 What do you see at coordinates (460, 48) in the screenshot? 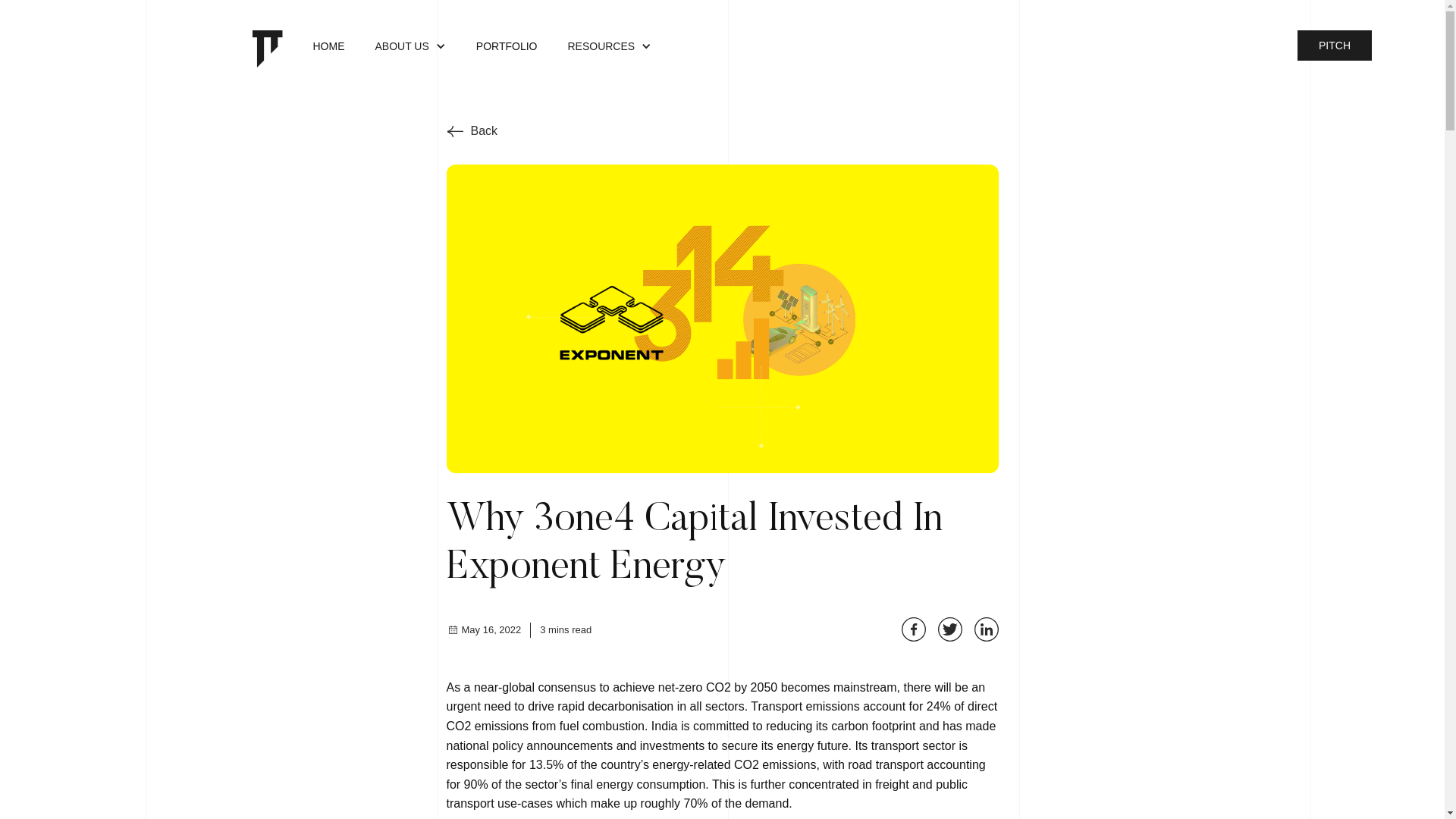
I see `'PORTFOLIO'` at bounding box center [460, 48].